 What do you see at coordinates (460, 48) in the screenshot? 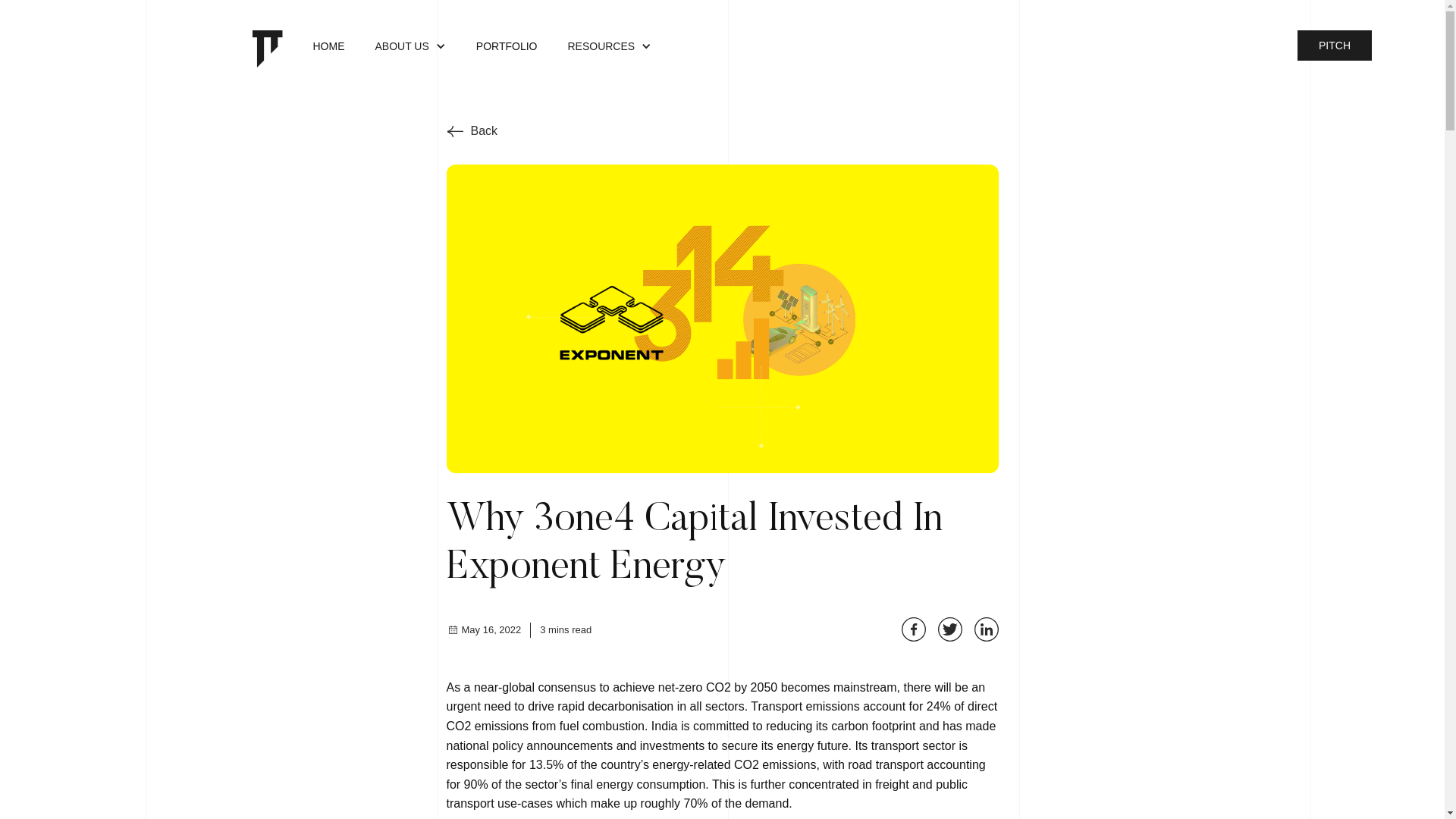
I see `'PORTFOLIO'` at bounding box center [460, 48].